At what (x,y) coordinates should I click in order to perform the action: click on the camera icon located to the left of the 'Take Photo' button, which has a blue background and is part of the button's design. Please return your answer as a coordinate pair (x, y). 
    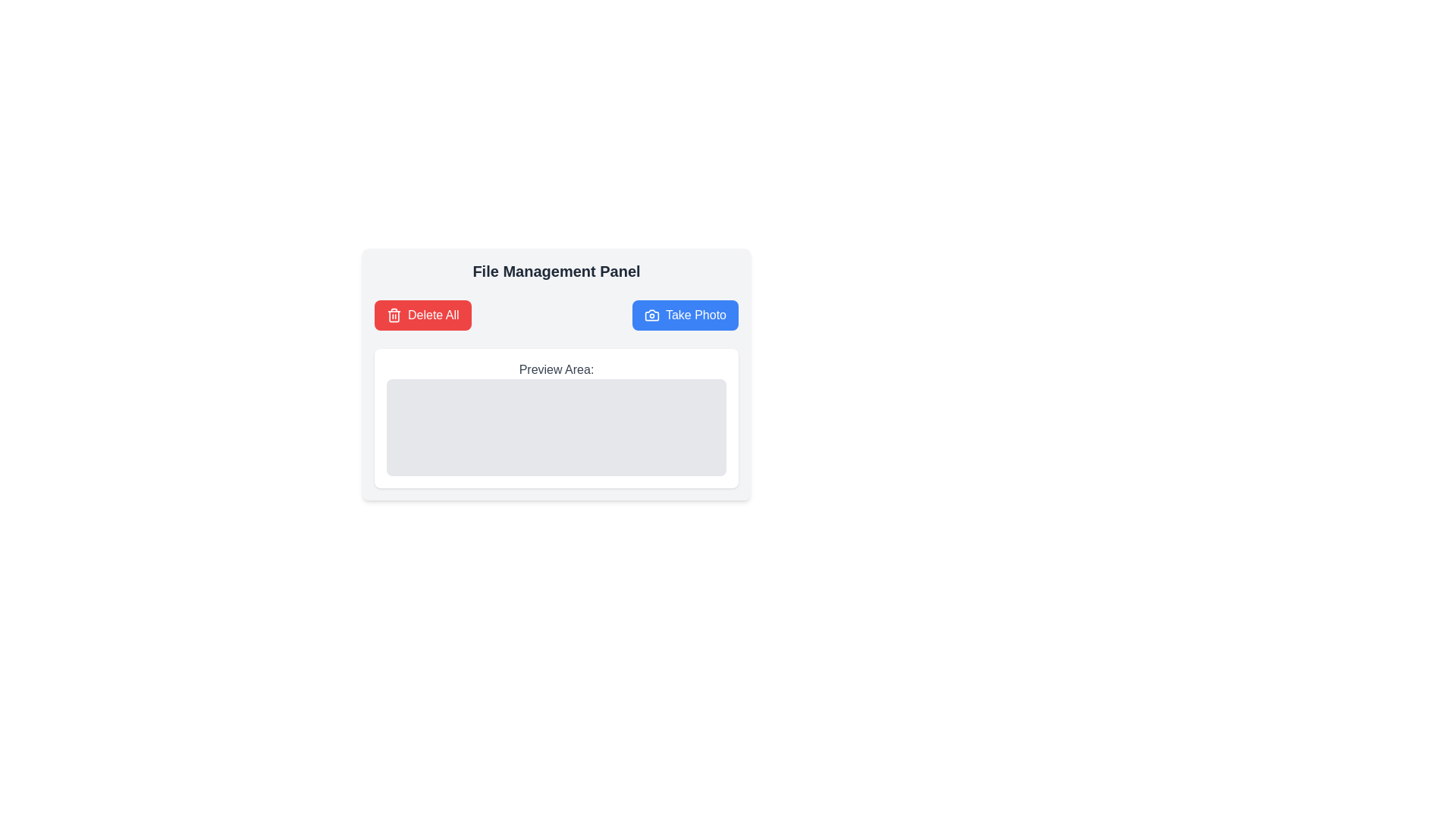
    Looking at the image, I should click on (651, 315).